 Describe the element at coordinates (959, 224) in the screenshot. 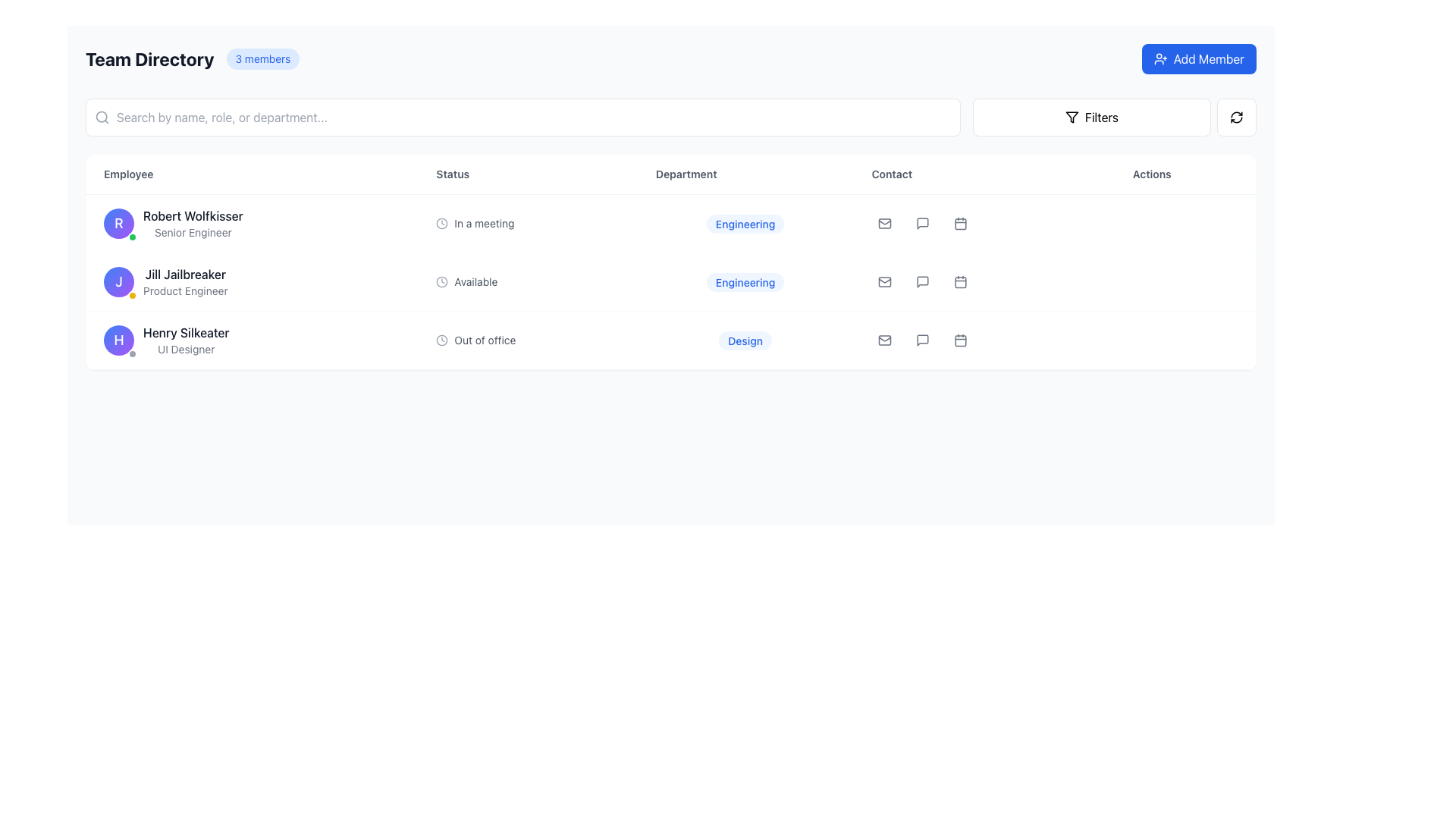

I see `the calendar icon` at that location.